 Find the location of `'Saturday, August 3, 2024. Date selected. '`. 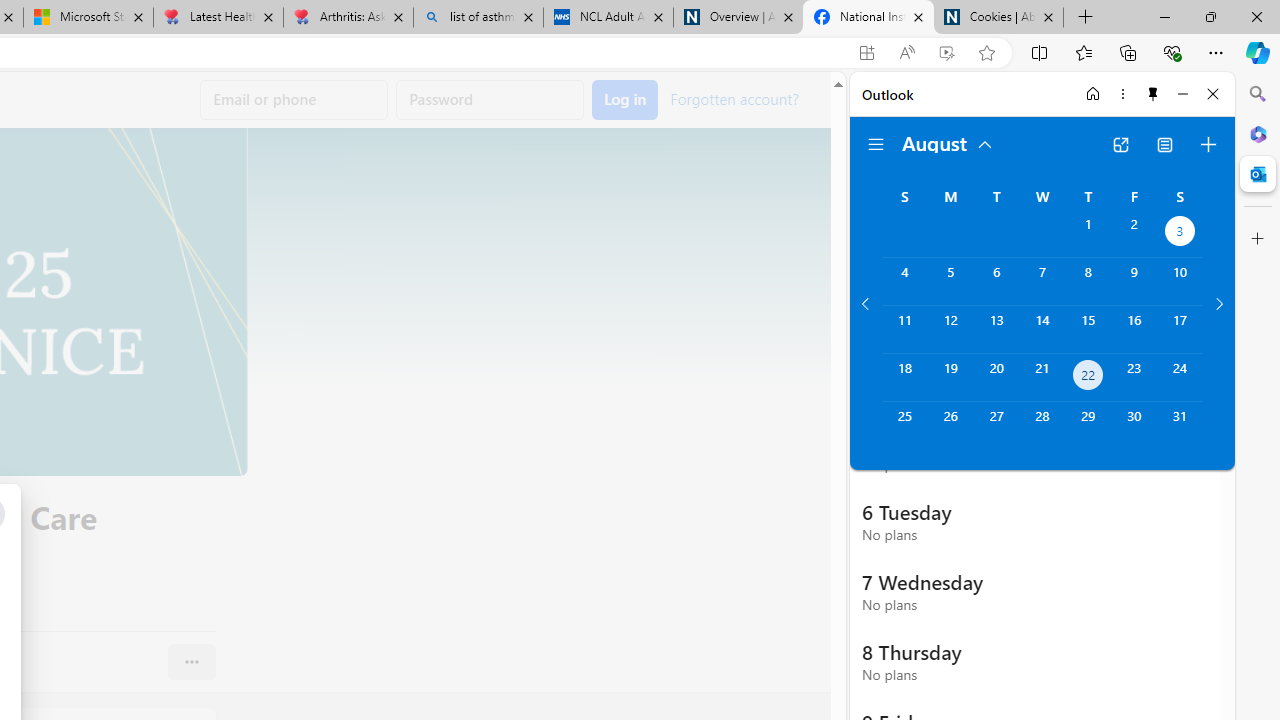

'Saturday, August 3, 2024. Date selected. ' is located at coordinates (1180, 232).